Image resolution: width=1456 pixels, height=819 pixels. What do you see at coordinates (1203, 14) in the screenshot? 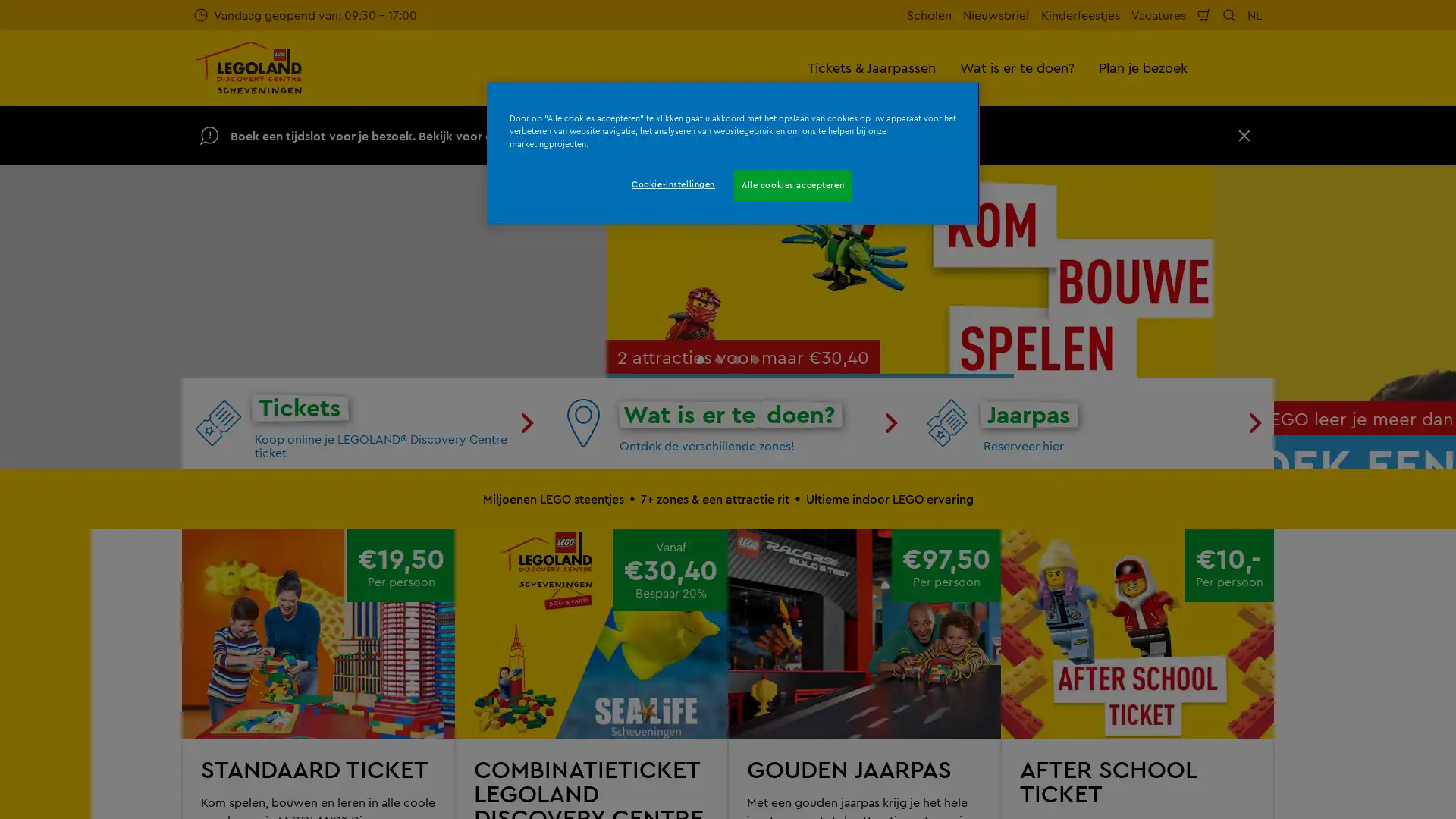
I see `Winkelwagen` at bounding box center [1203, 14].